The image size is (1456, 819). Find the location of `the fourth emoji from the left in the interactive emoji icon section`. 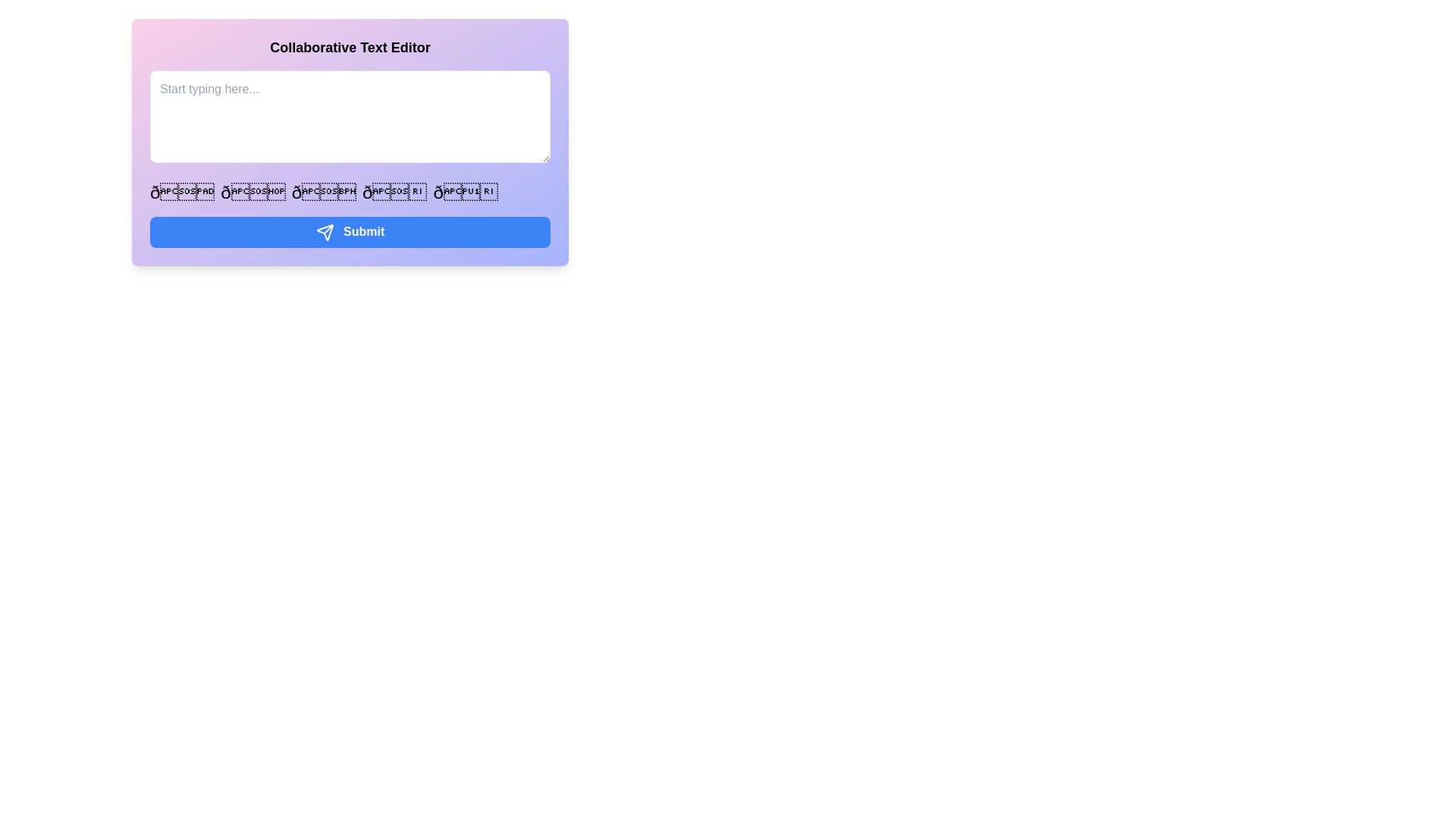

the fourth emoji from the left in the interactive emoji icon section is located at coordinates (394, 192).